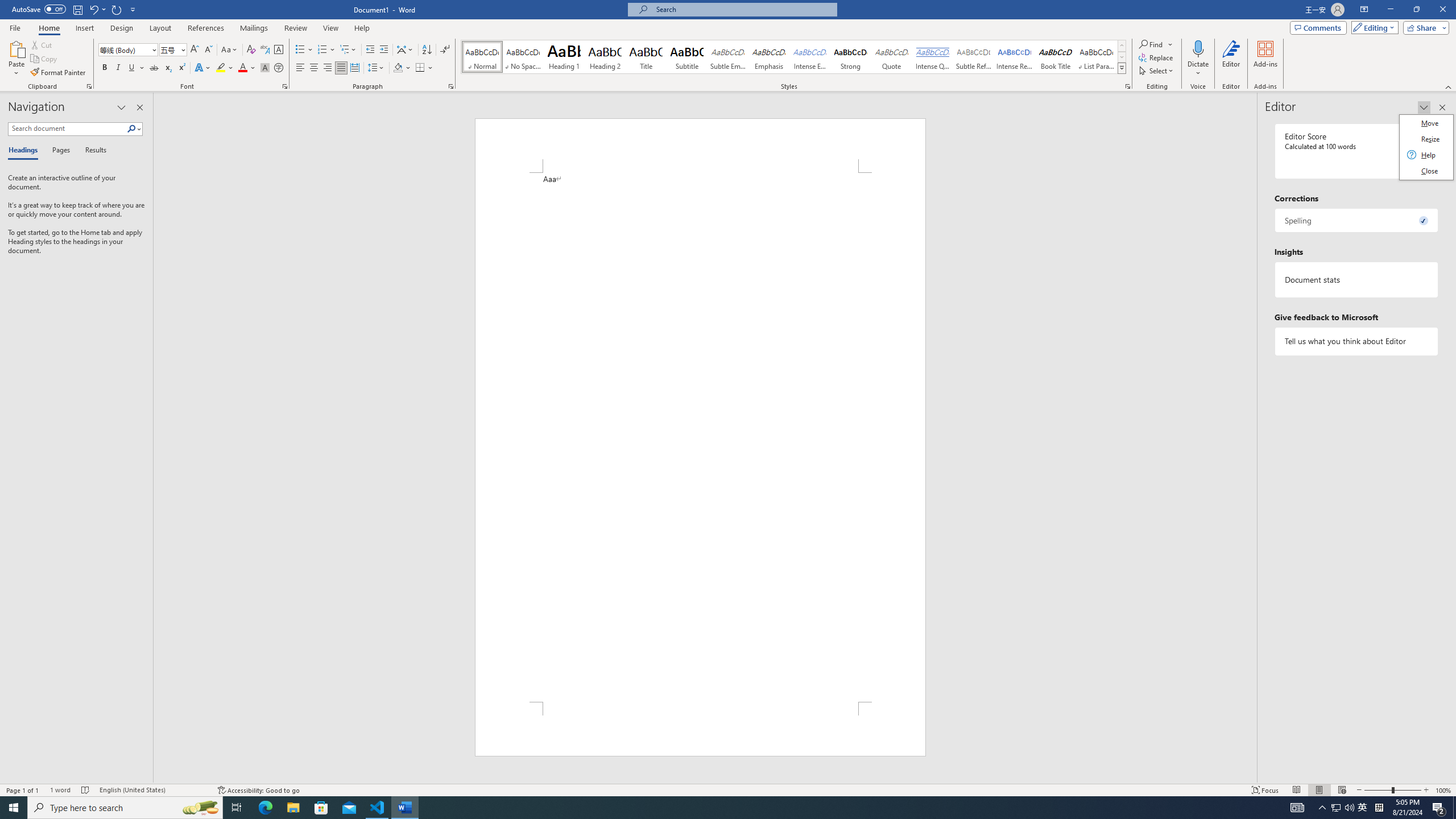  Describe the element at coordinates (292, 806) in the screenshot. I see `'File Explorer'` at that location.